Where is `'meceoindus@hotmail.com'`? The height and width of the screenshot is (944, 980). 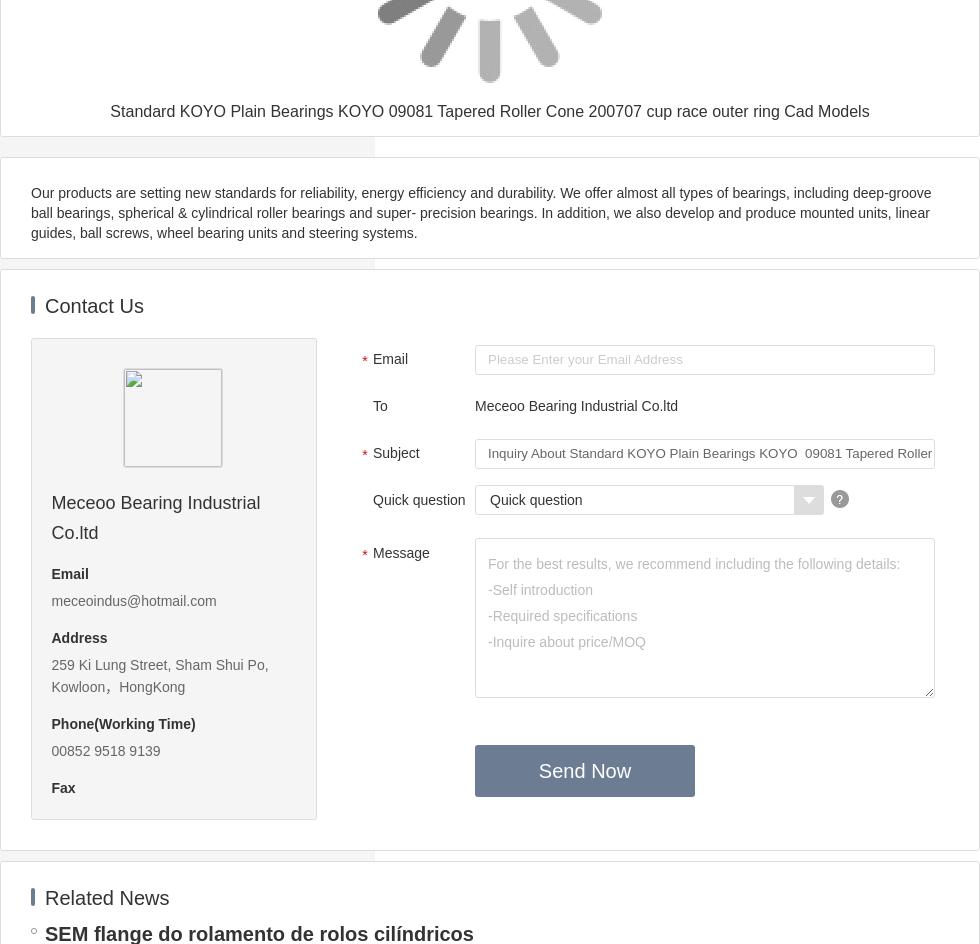 'meceoindus@hotmail.com' is located at coordinates (133, 601).